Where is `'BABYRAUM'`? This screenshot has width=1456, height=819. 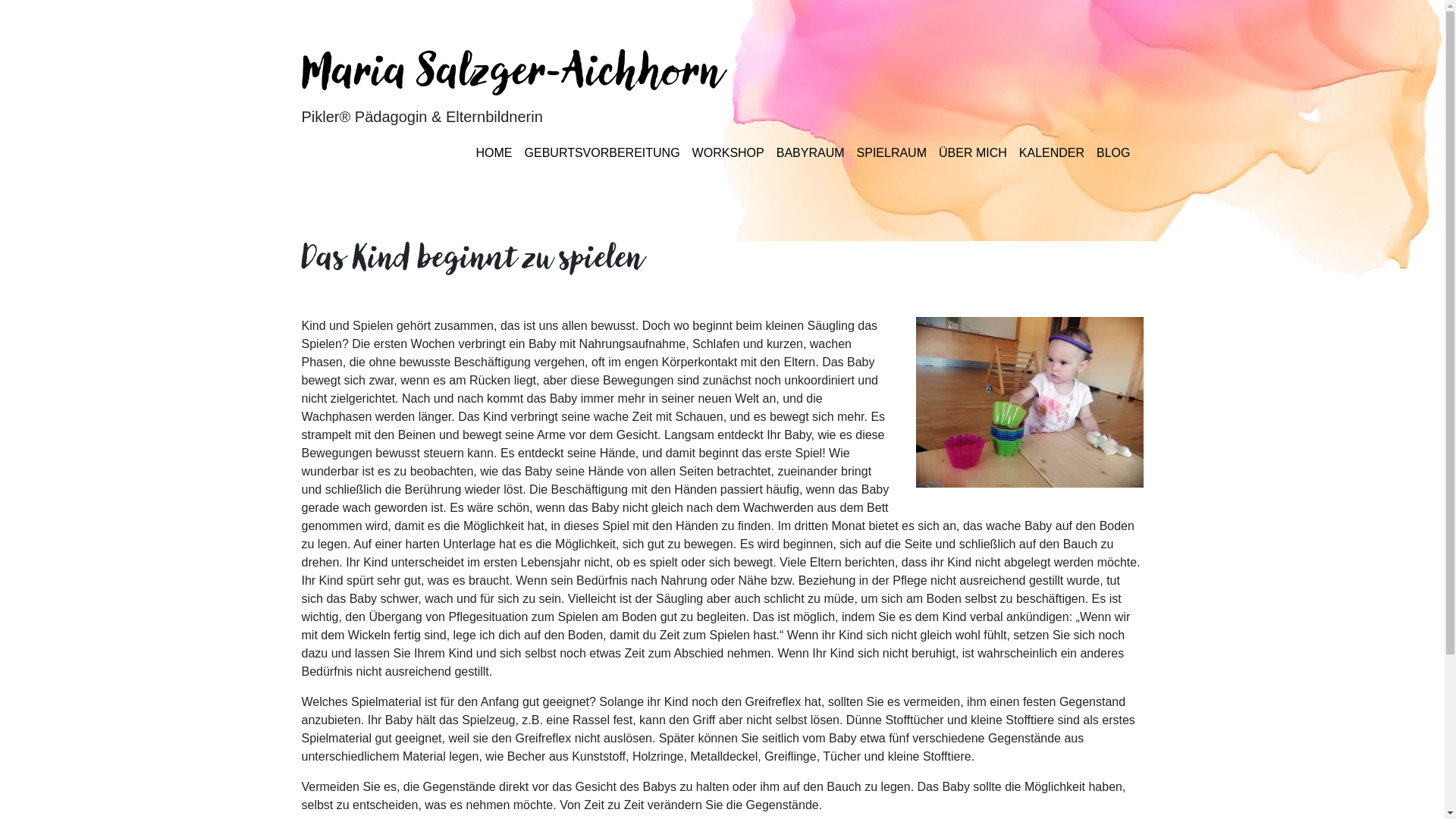
'BABYRAUM' is located at coordinates (810, 152).